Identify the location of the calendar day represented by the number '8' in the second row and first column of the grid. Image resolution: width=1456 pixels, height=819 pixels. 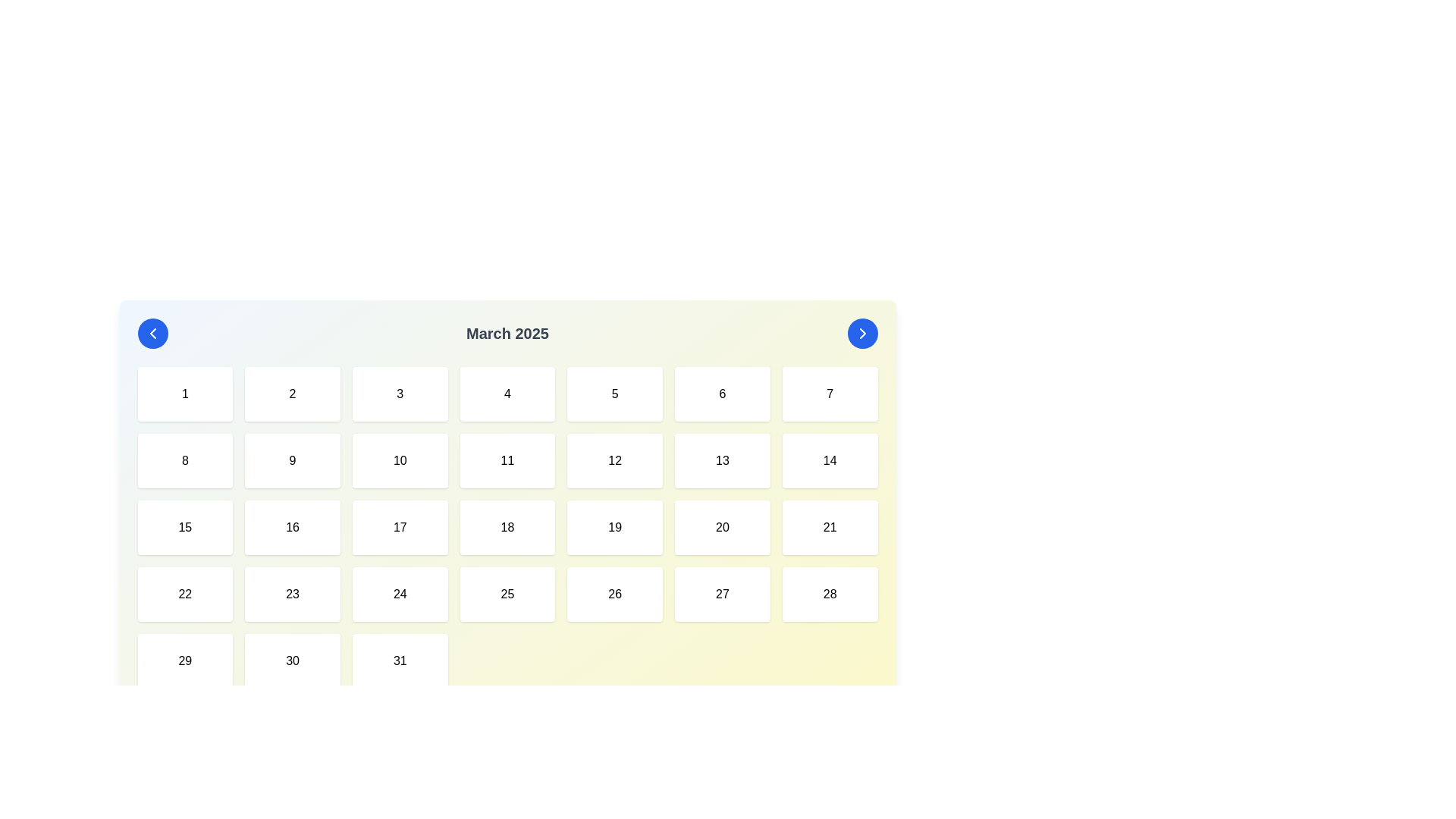
(184, 460).